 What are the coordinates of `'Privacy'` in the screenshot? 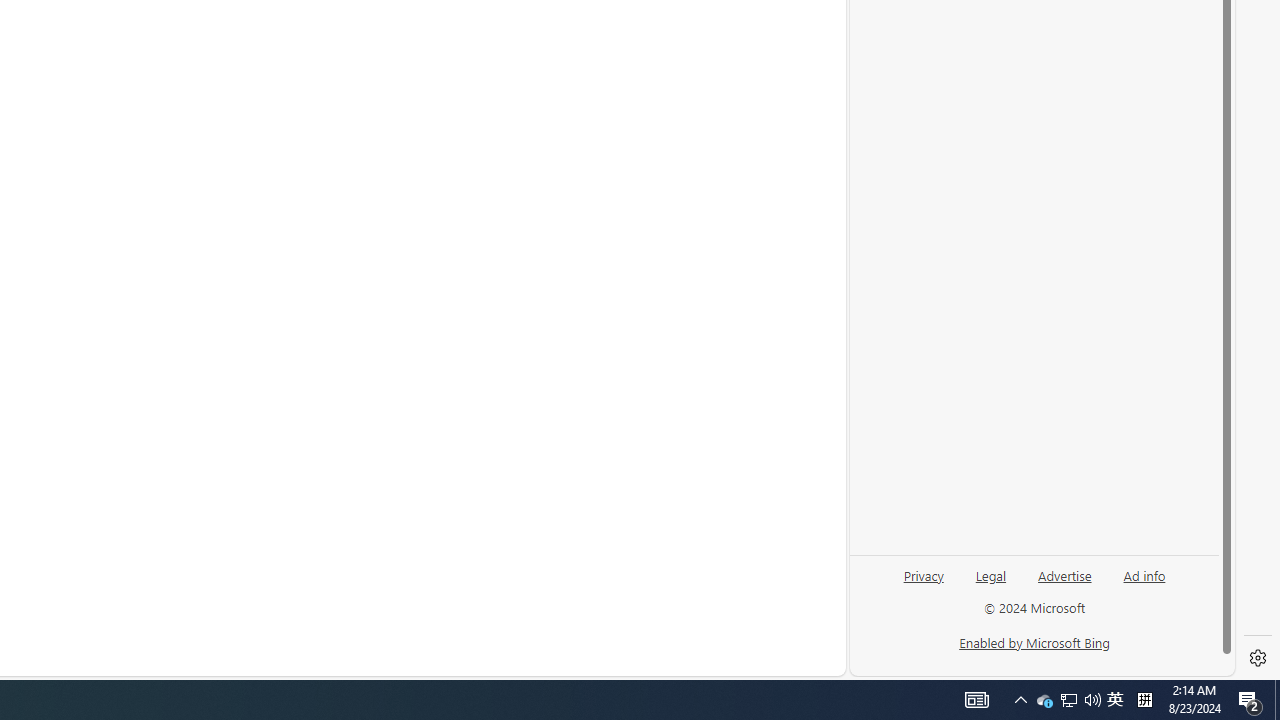 It's located at (922, 574).